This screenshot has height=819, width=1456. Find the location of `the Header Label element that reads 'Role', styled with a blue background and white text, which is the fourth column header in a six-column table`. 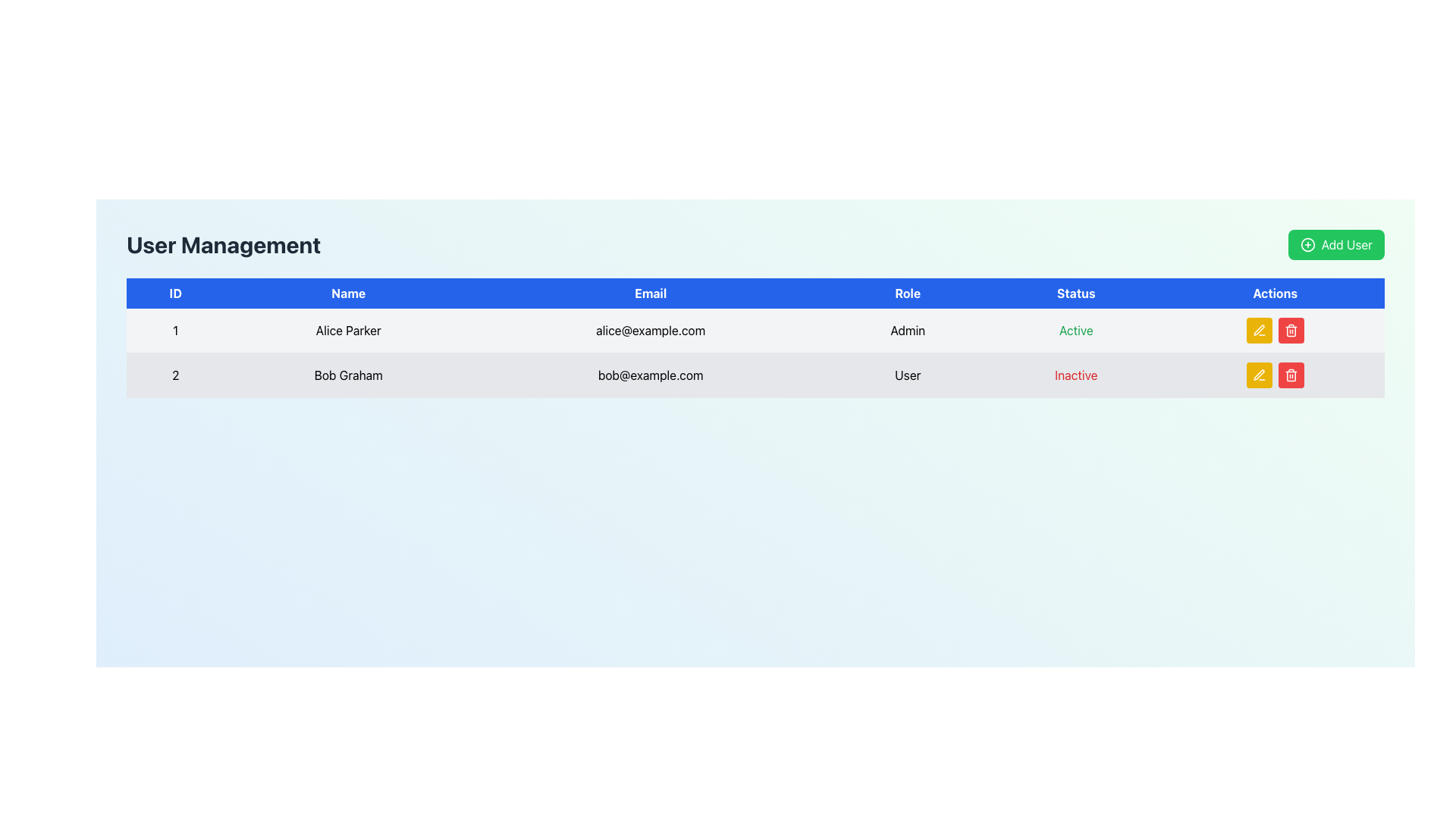

the Header Label element that reads 'Role', styled with a blue background and white text, which is the fourth column header in a six-column table is located at coordinates (908, 293).